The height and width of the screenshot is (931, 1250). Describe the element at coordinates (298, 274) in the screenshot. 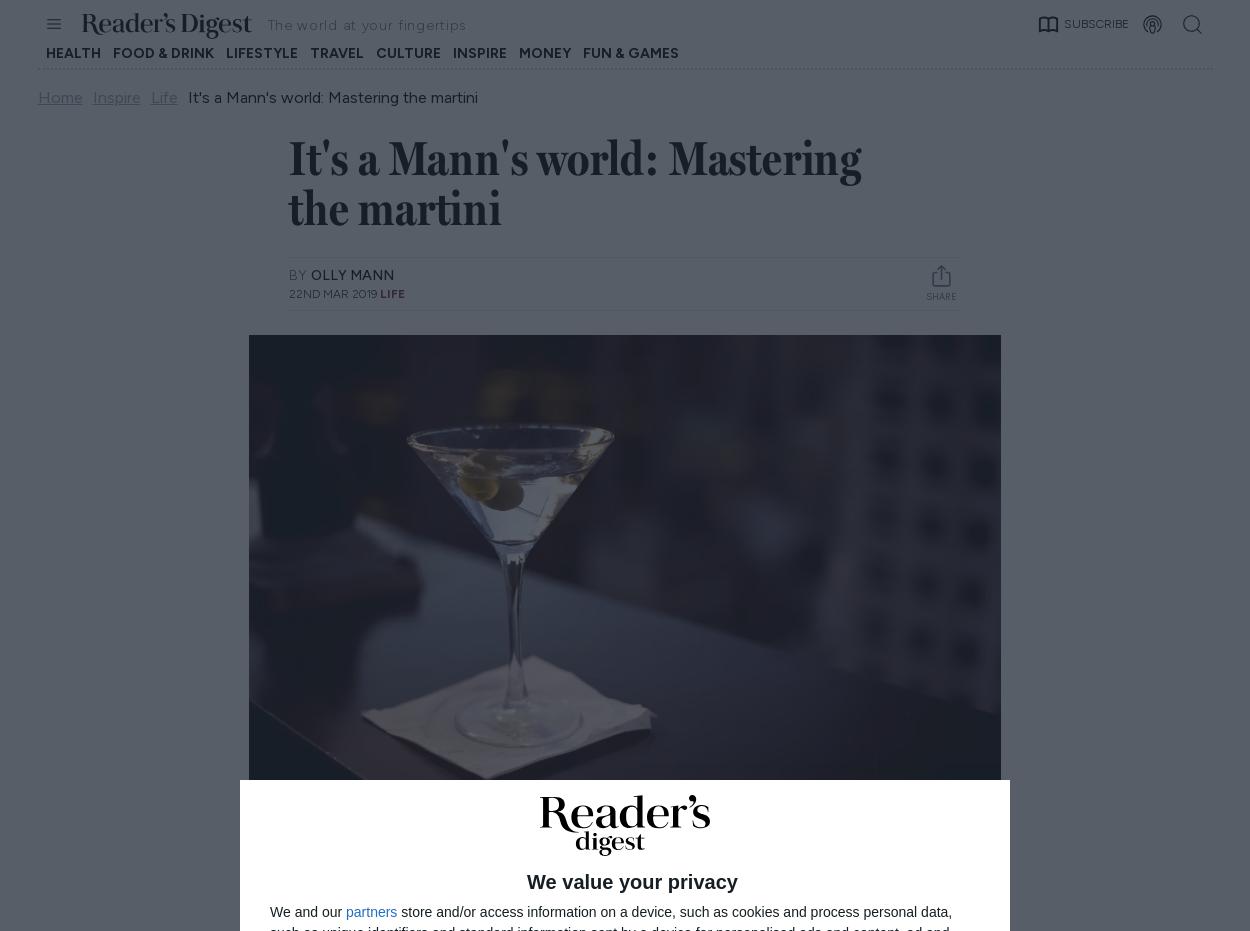

I see `'BY'` at that location.